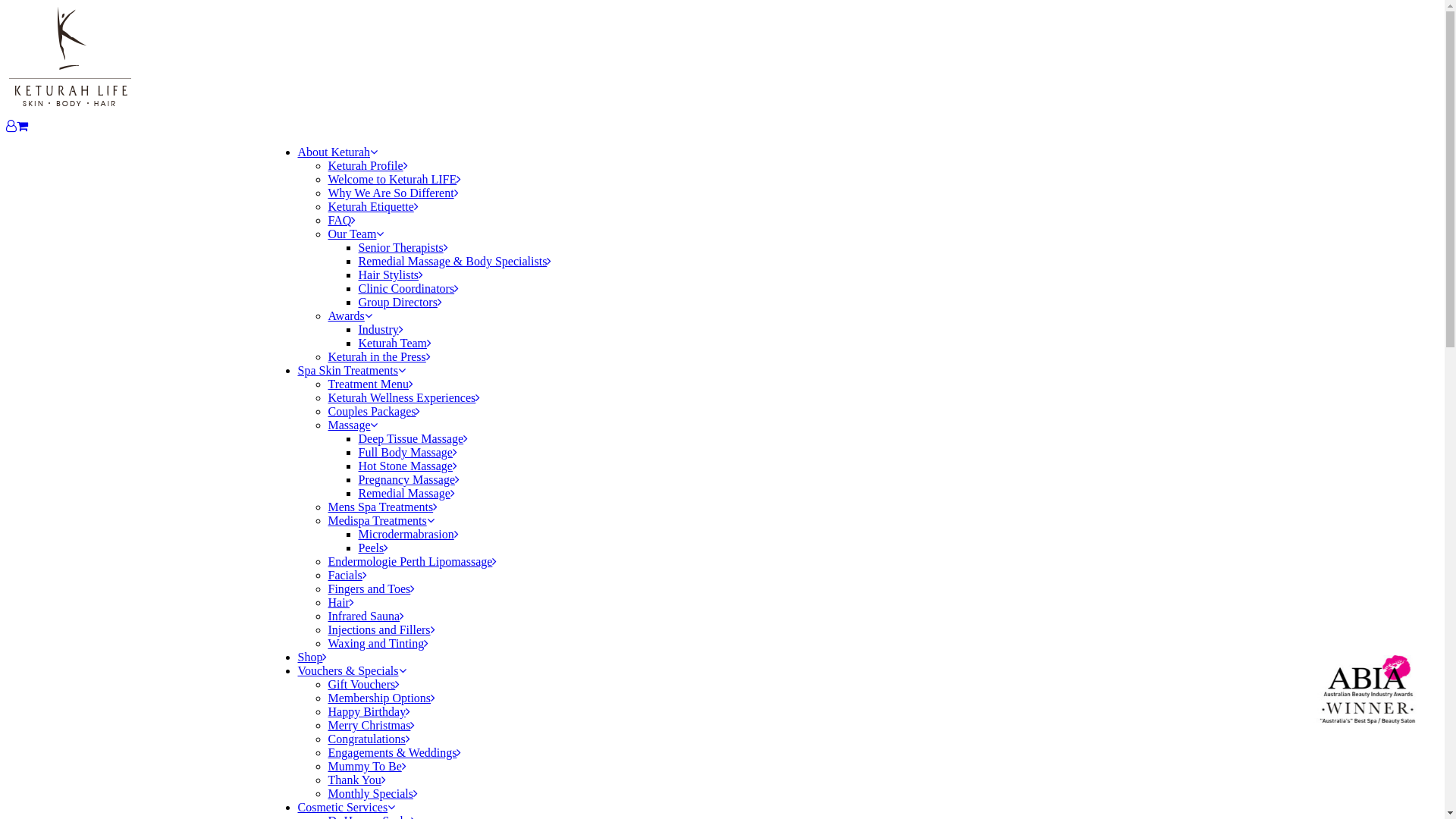  I want to click on 'Keturah Team', so click(394, 343).